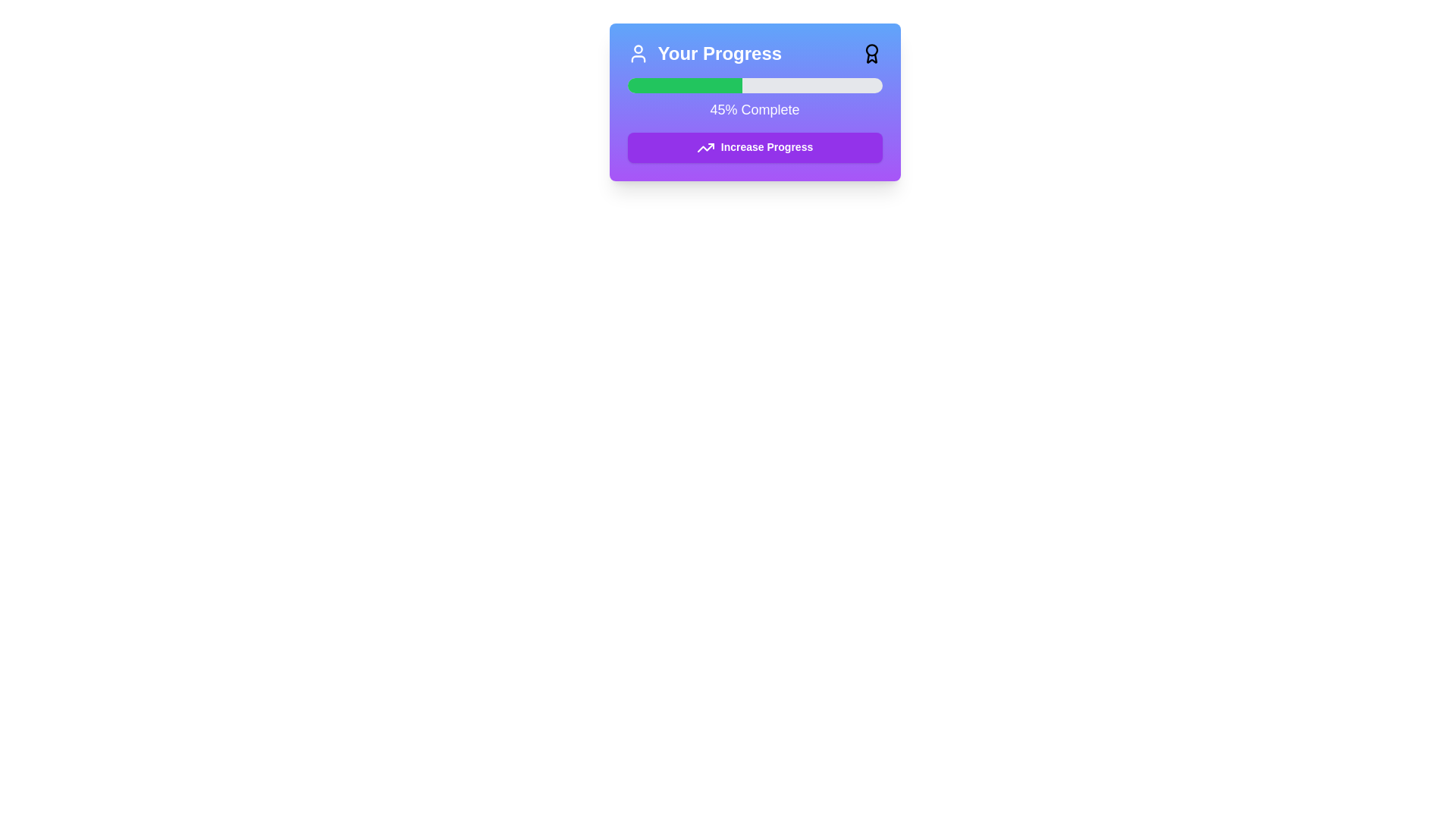  Describe the element at coordinates (638, 58) in the screenshot. I see `semicircular arc element within the user profile icon located in the top-left corner of the 'Your Progress' widget using developer tools` at that location.